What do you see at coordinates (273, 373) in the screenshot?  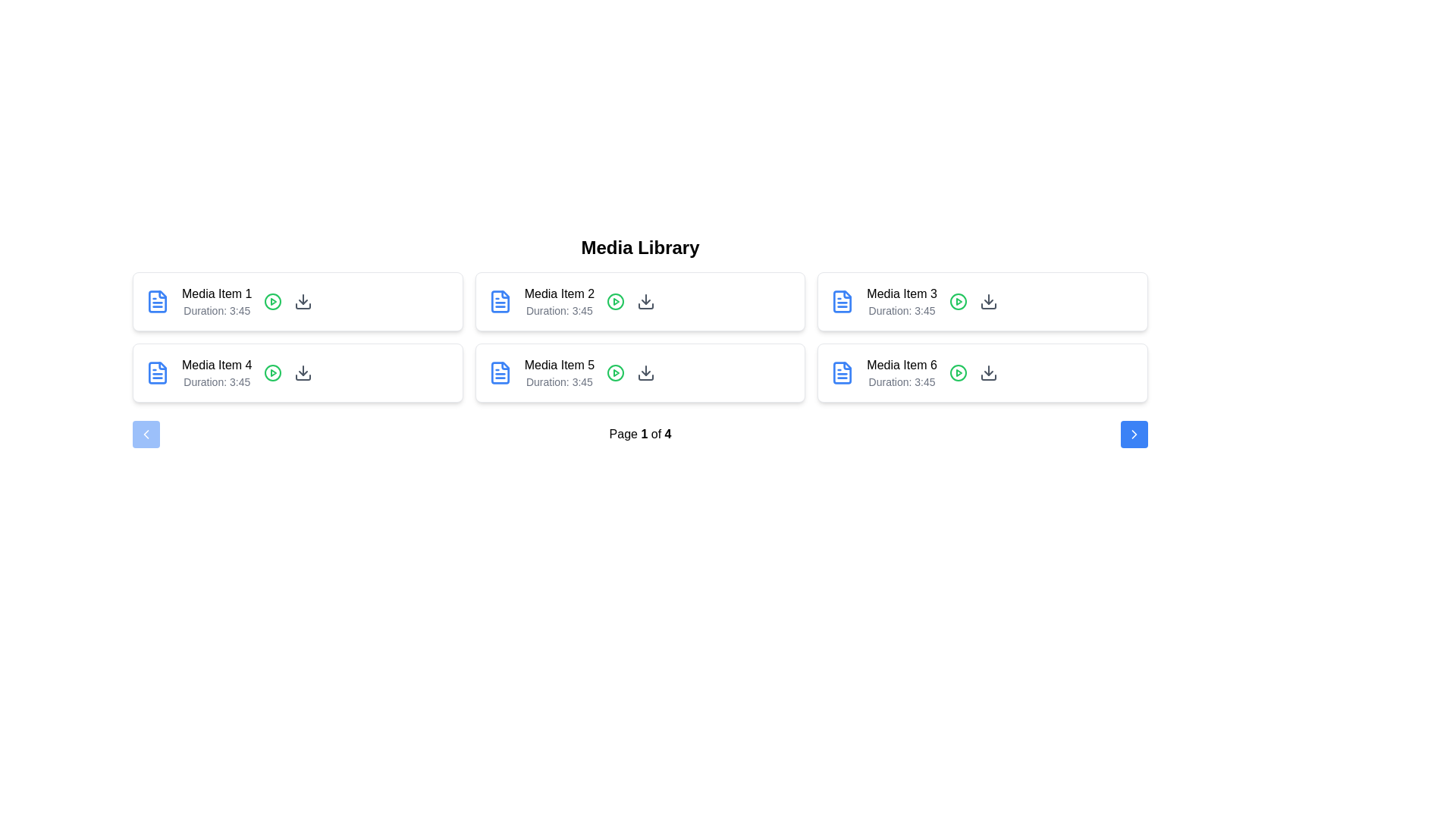 I see `the play button icon located at the center of the 'Media Item 4' card in the bottom-left segment of the interface` at bounding box center [273, 373].